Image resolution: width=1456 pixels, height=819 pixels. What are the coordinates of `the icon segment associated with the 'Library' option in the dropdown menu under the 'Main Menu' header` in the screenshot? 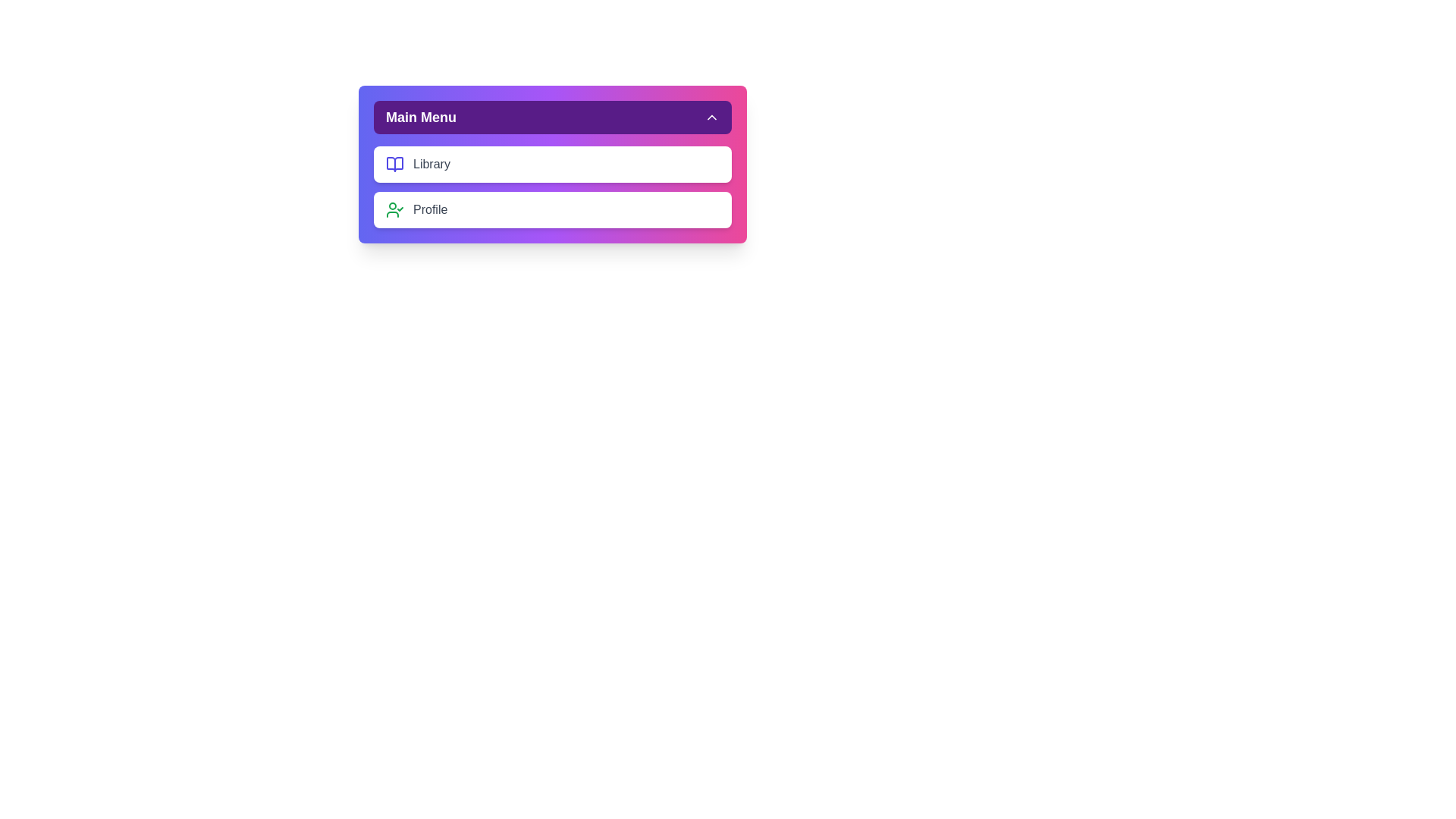 It's located at (395, 164).